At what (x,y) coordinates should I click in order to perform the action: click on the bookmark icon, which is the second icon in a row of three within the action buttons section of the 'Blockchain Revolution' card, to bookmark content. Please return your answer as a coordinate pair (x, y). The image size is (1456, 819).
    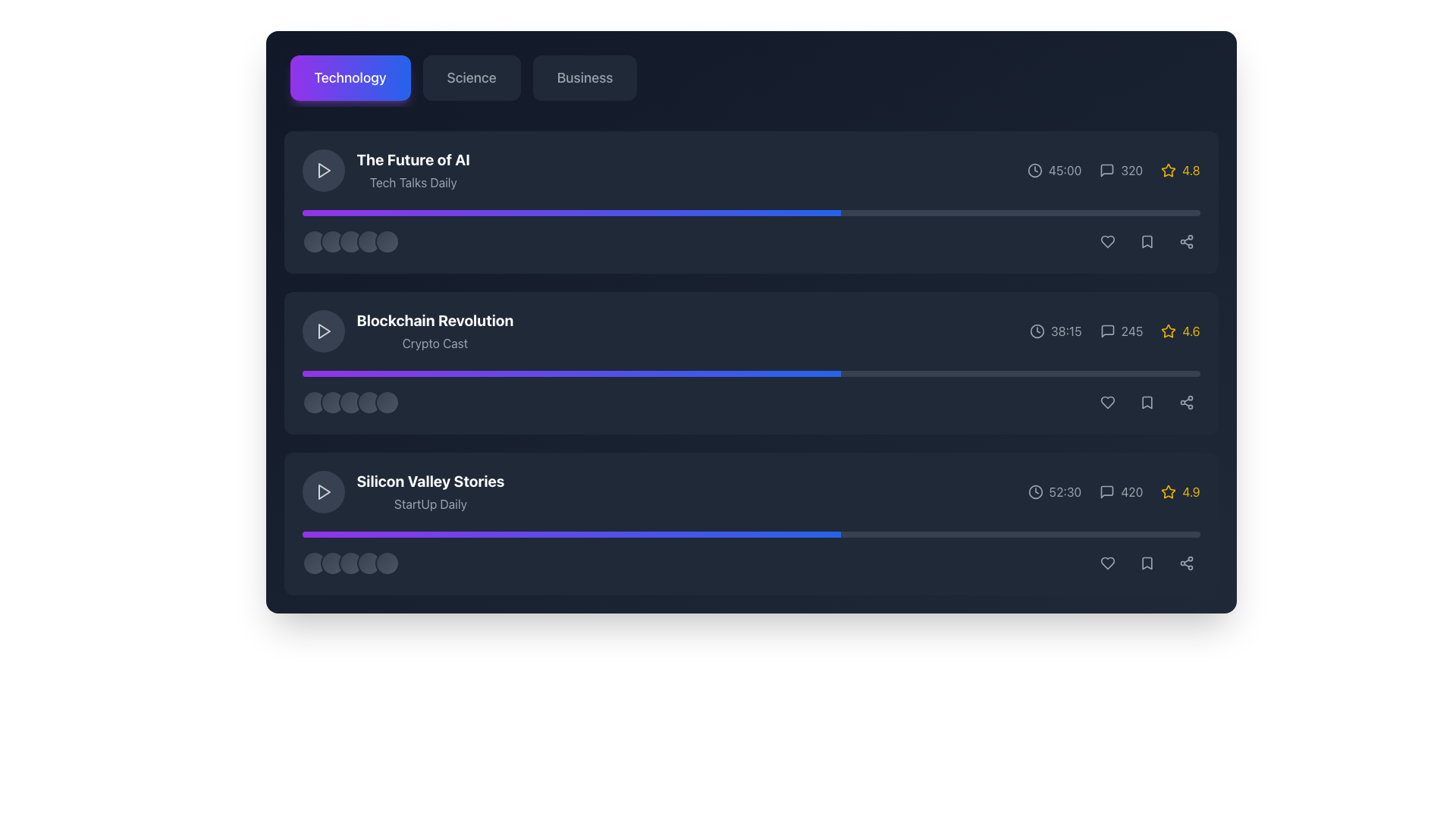
    Looking at the image, I should click on (1147, 402).